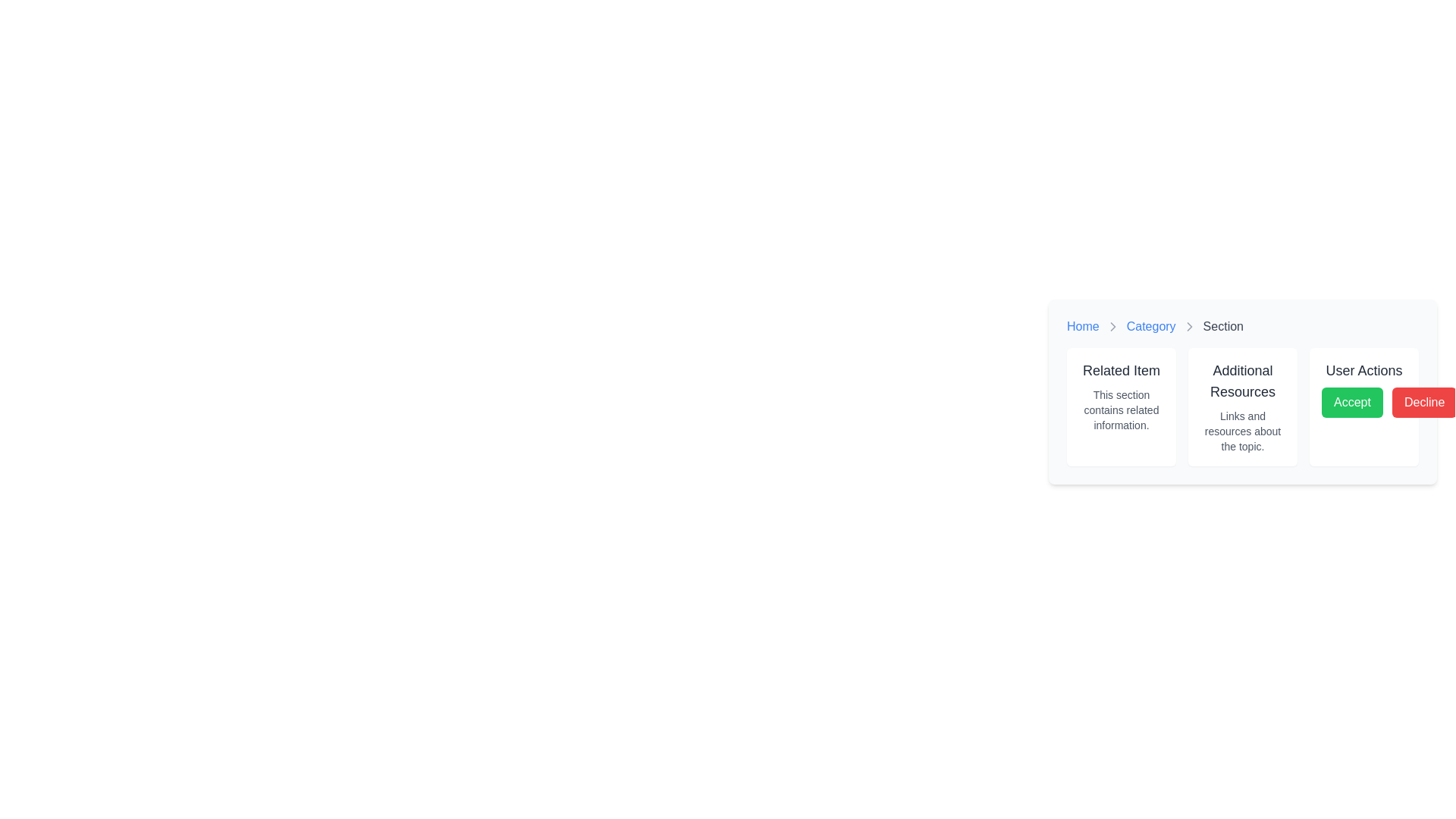 Image resolution: width=1456 pixels, height=819 pixels. Describe the element at coordinates (1364, 402) in the screenshot. I see `the Button group within the white card titled 'User Actions'` at that location.